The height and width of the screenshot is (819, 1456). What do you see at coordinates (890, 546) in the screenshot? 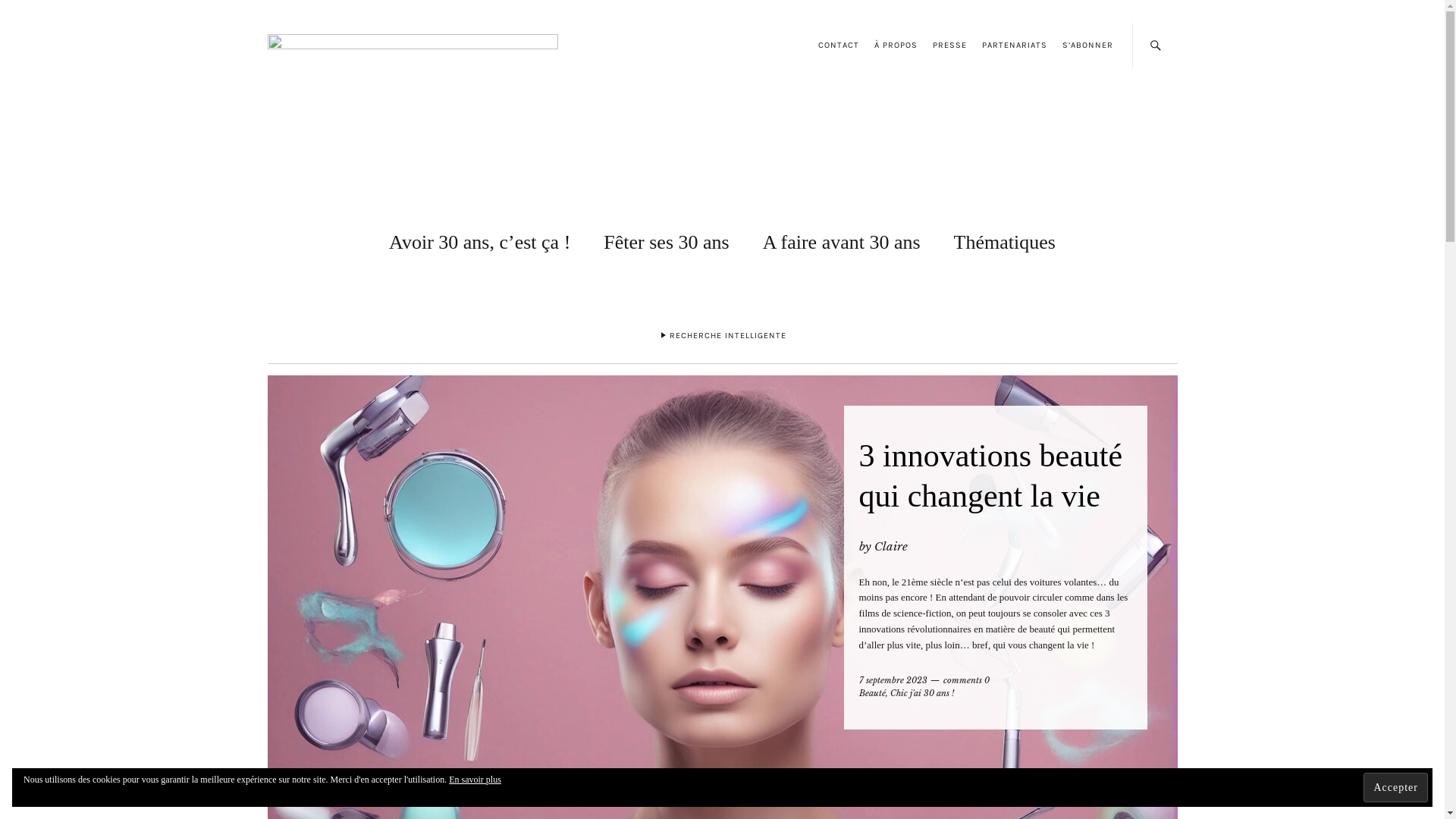
I see `'Claire'` at bounding box center [890, 546].